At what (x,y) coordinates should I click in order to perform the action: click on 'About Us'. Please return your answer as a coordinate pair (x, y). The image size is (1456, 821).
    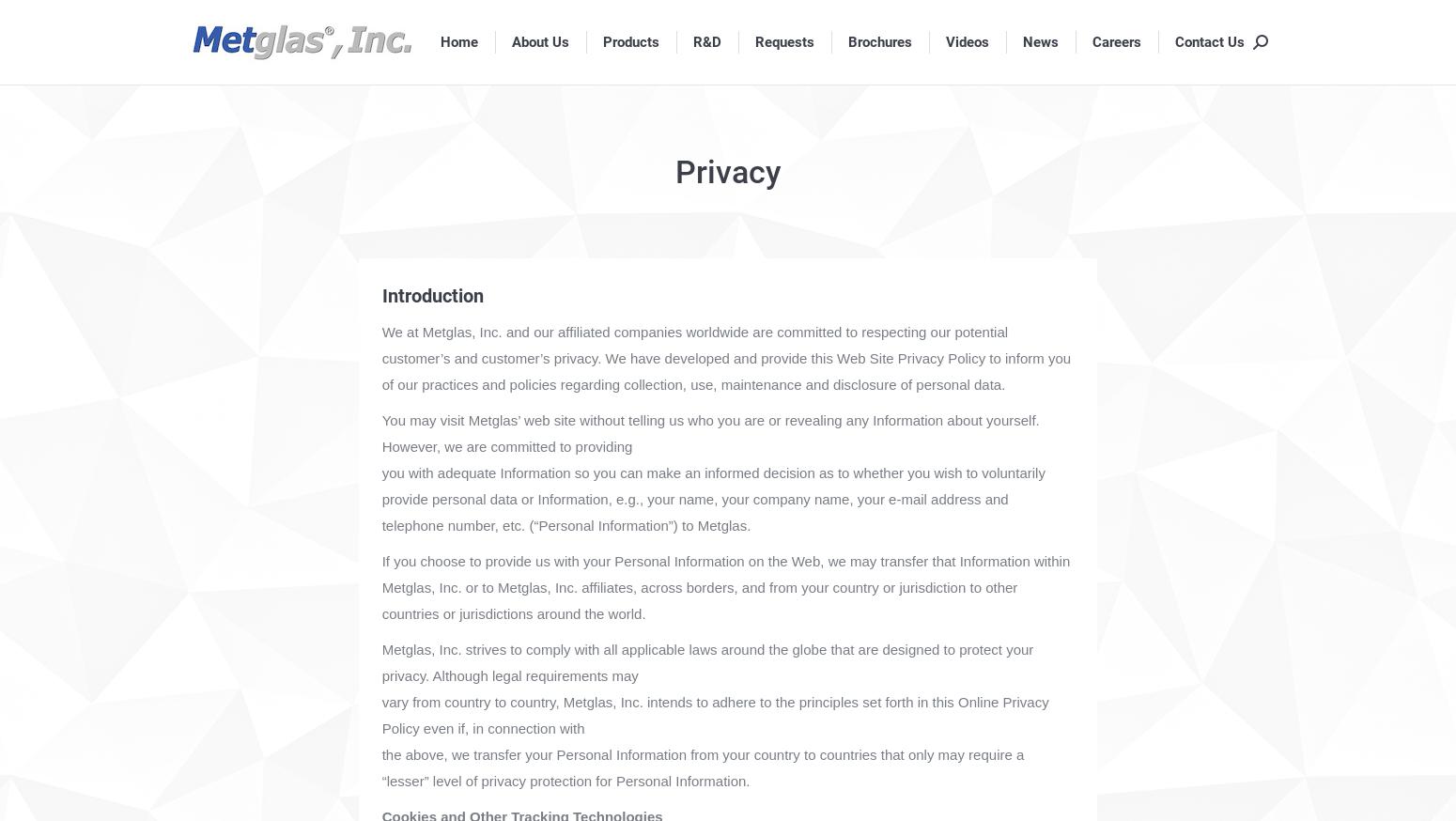
    Looking at the image, I should click on (540, 39).